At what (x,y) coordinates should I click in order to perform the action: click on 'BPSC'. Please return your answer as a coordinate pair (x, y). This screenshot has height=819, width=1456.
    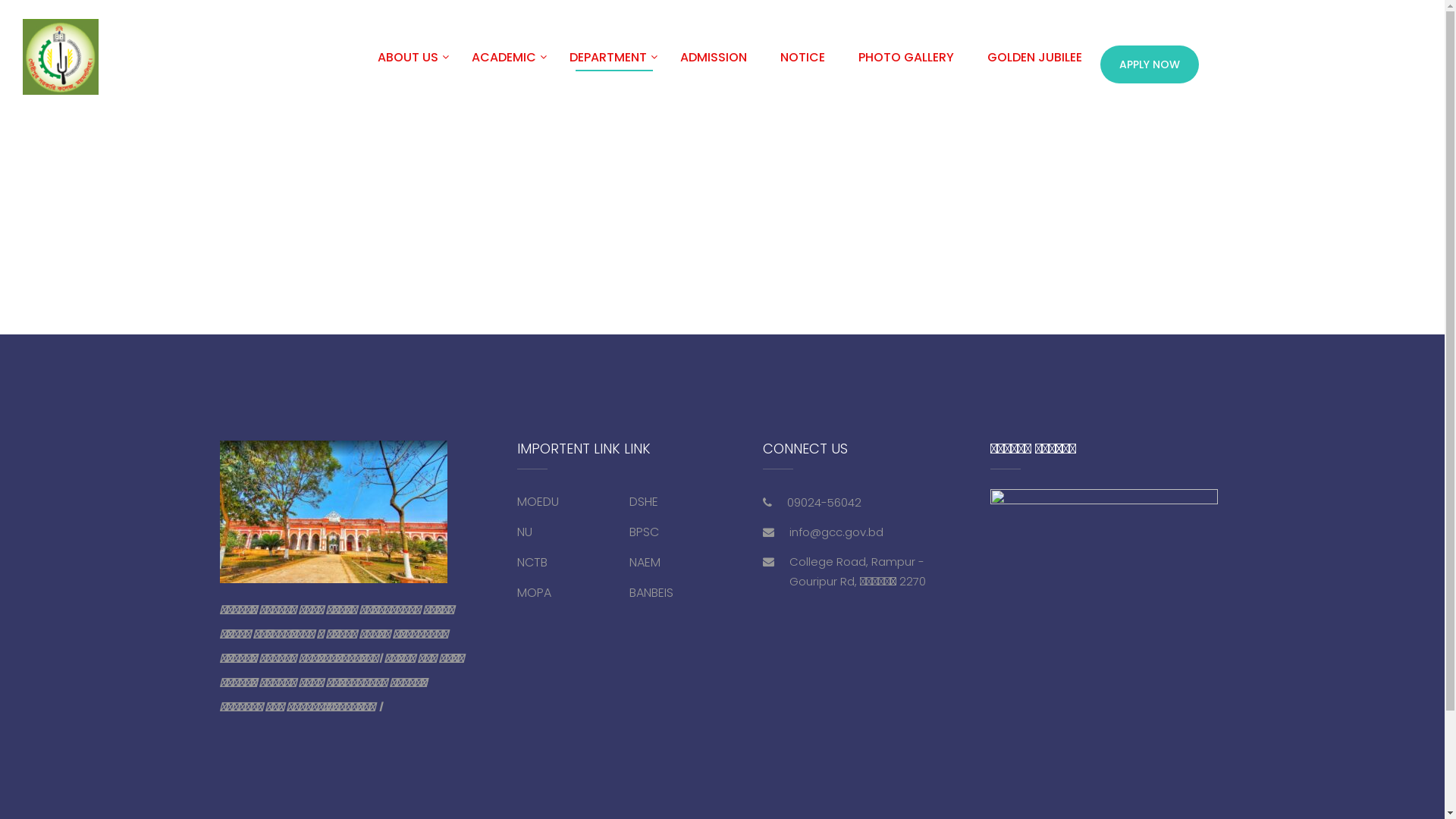
    Looking at the image, I should click on (644, 531).